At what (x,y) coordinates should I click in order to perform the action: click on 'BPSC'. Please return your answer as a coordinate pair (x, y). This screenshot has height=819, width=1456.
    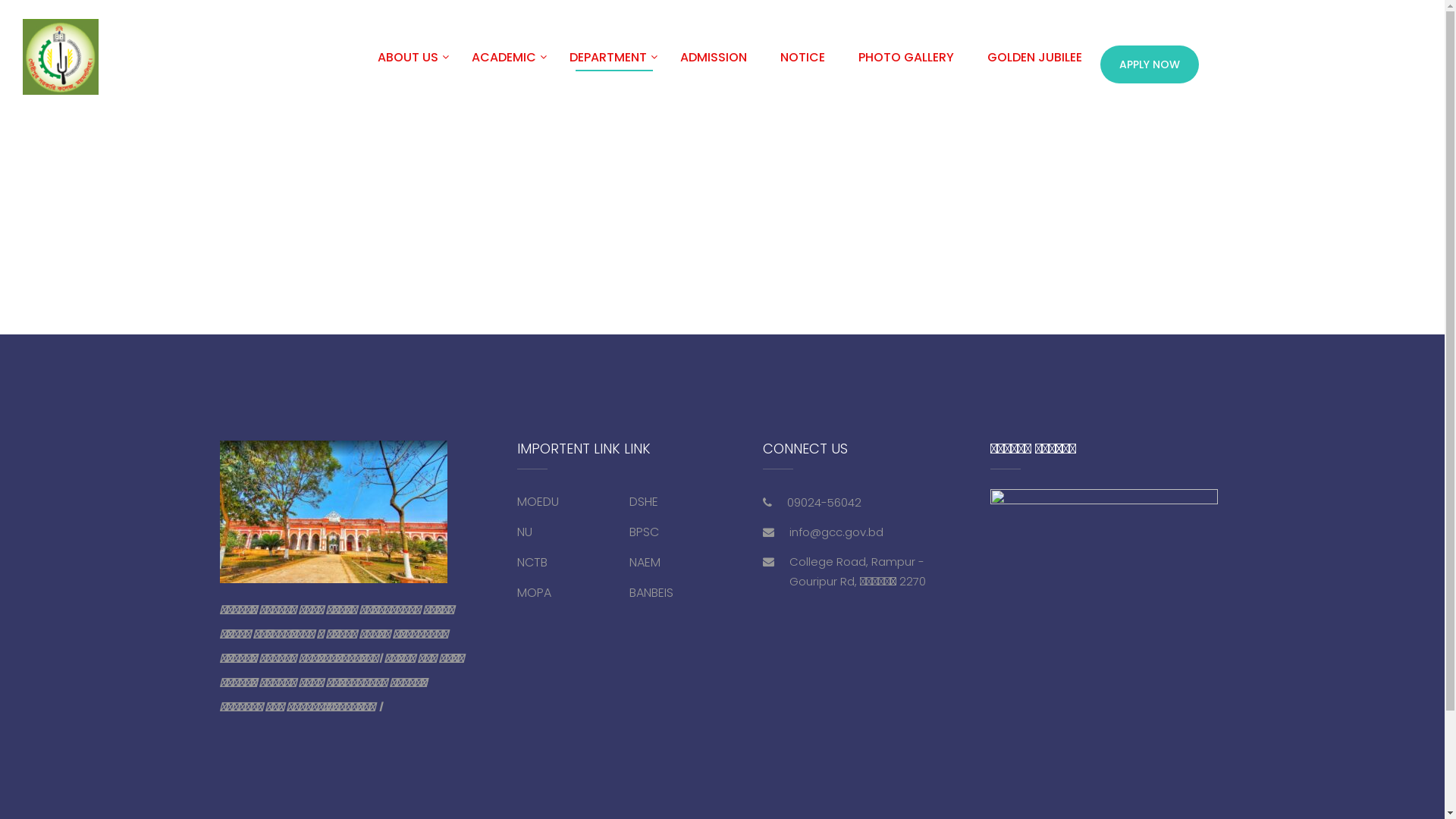
    Looking at the image, I should click on (644, 531).